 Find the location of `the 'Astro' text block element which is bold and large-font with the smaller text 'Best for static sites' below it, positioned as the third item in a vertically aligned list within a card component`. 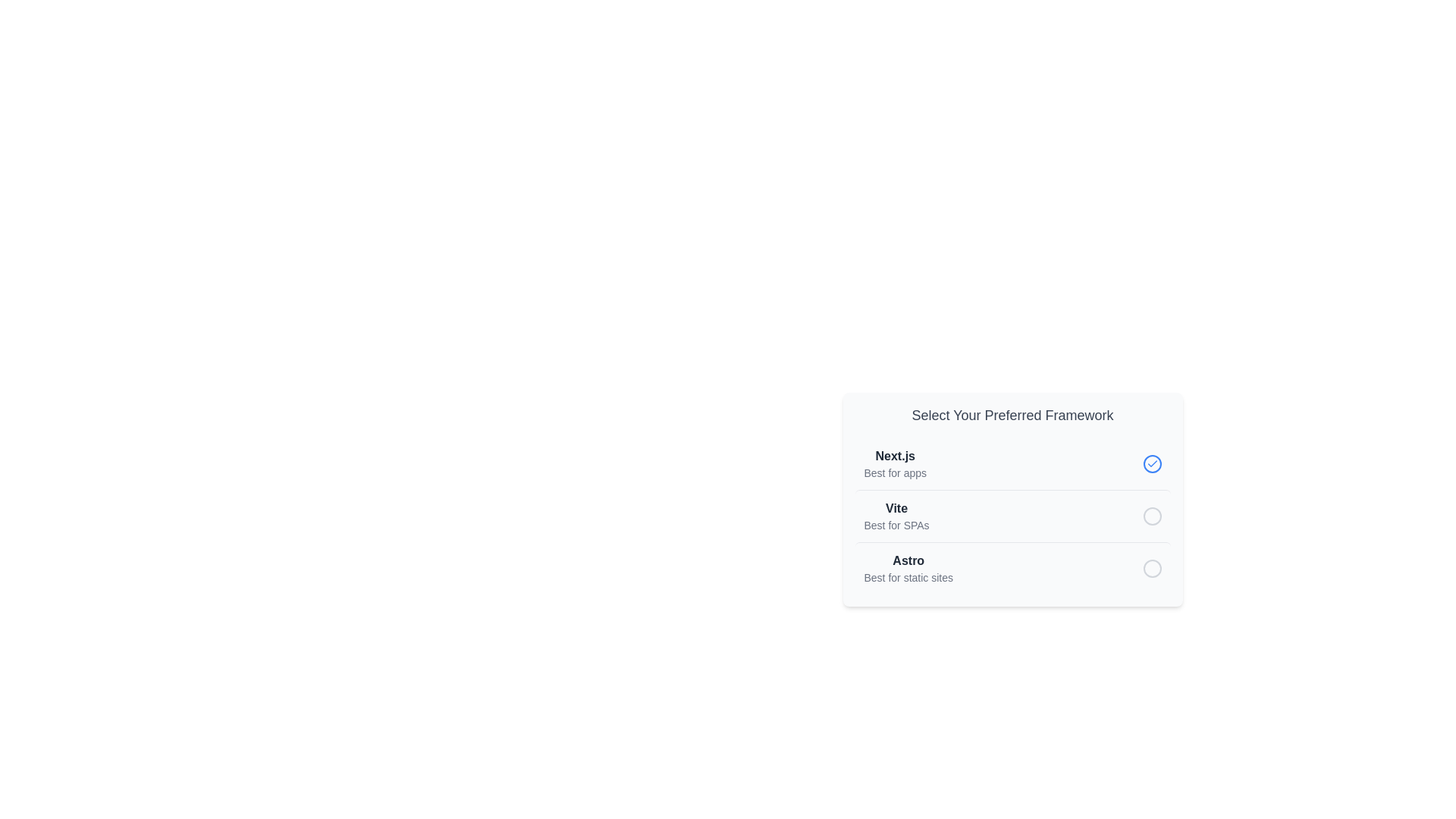

the 'Astro' text block element which is bold and large-font with the smaller text 'Best for static sites' below it, positioned as the third item in a vertically aligned list within a card component is located at coordinates (908, 568).